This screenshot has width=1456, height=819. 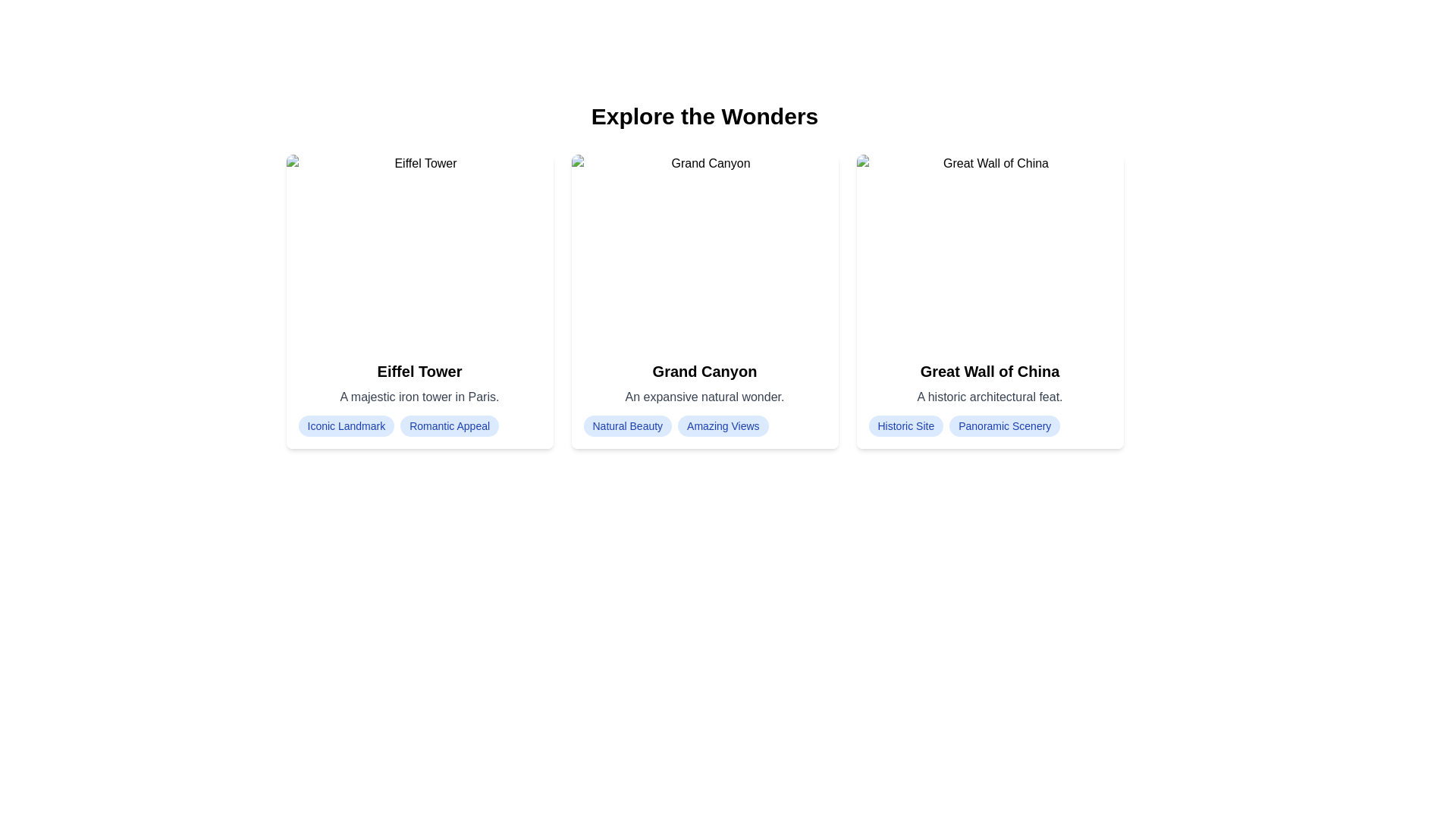 I want to click on the tag group containing the labels 'Historic Site' and 'Panoramic Scenery' located at the bottom of the card labeled 'Great Wall of China', so click(x=990, y=426).